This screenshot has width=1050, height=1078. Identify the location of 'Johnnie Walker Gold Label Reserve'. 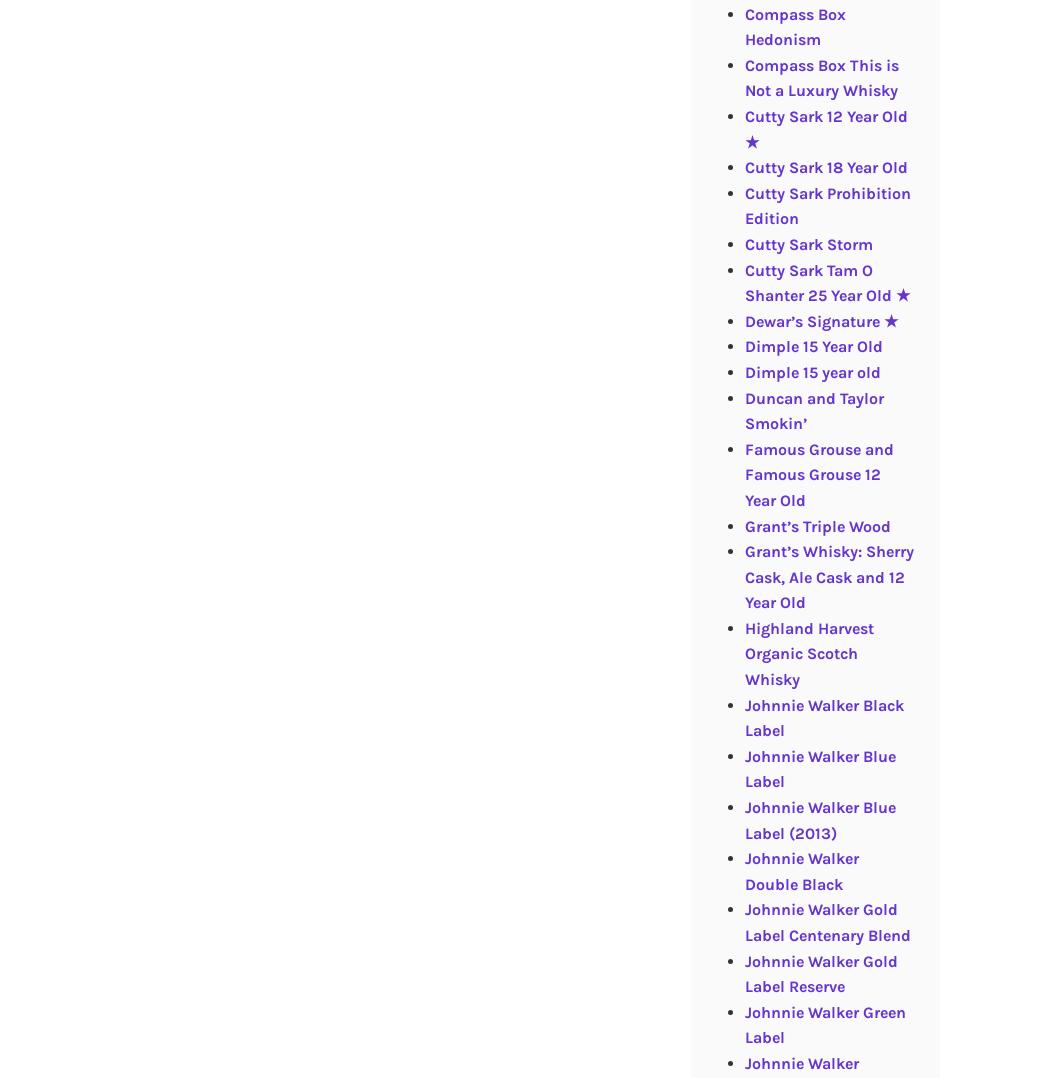
(819, 973).